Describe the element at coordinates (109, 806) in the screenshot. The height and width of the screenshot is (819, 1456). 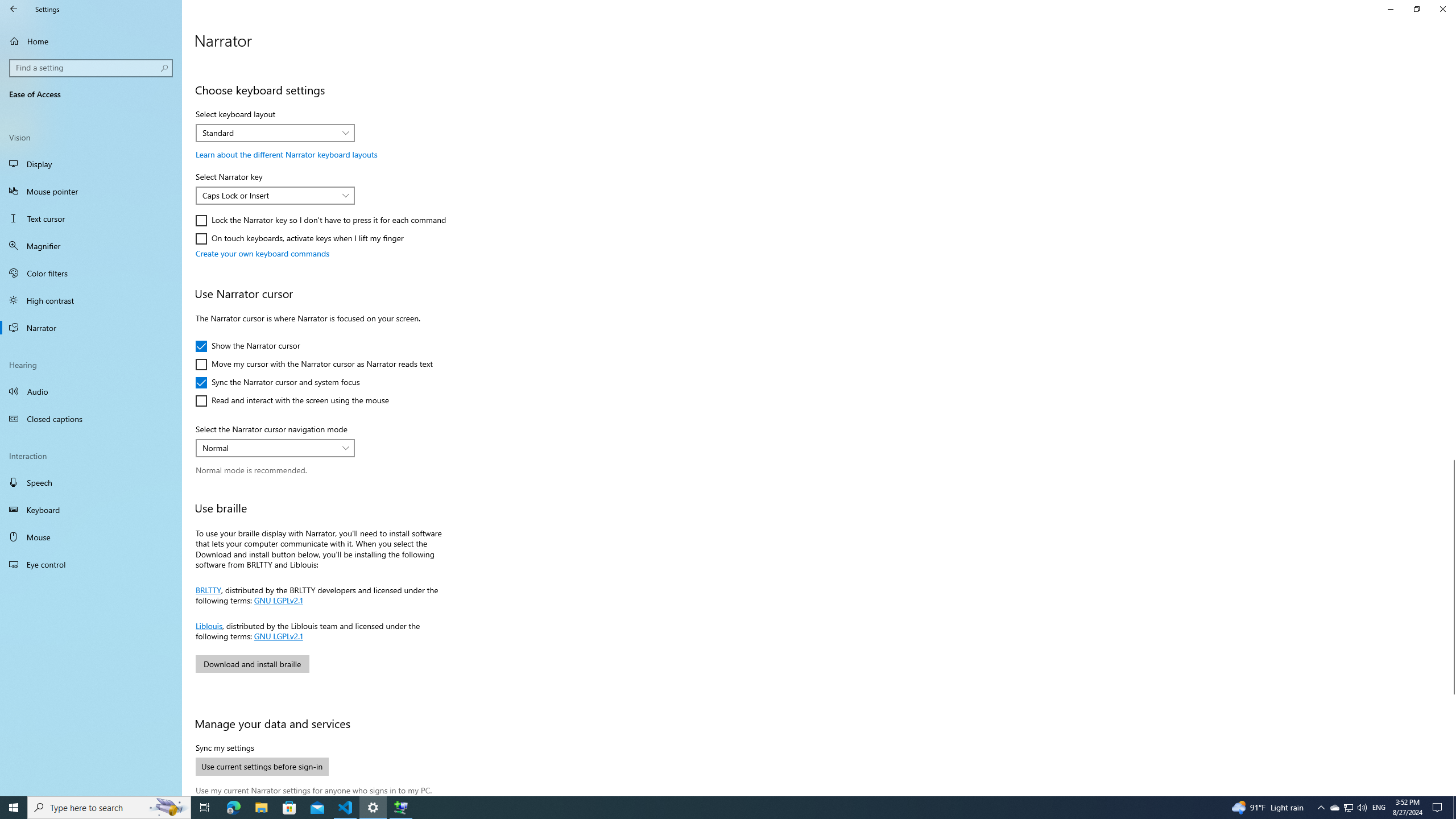
I see `'Type here to search'` at that location.